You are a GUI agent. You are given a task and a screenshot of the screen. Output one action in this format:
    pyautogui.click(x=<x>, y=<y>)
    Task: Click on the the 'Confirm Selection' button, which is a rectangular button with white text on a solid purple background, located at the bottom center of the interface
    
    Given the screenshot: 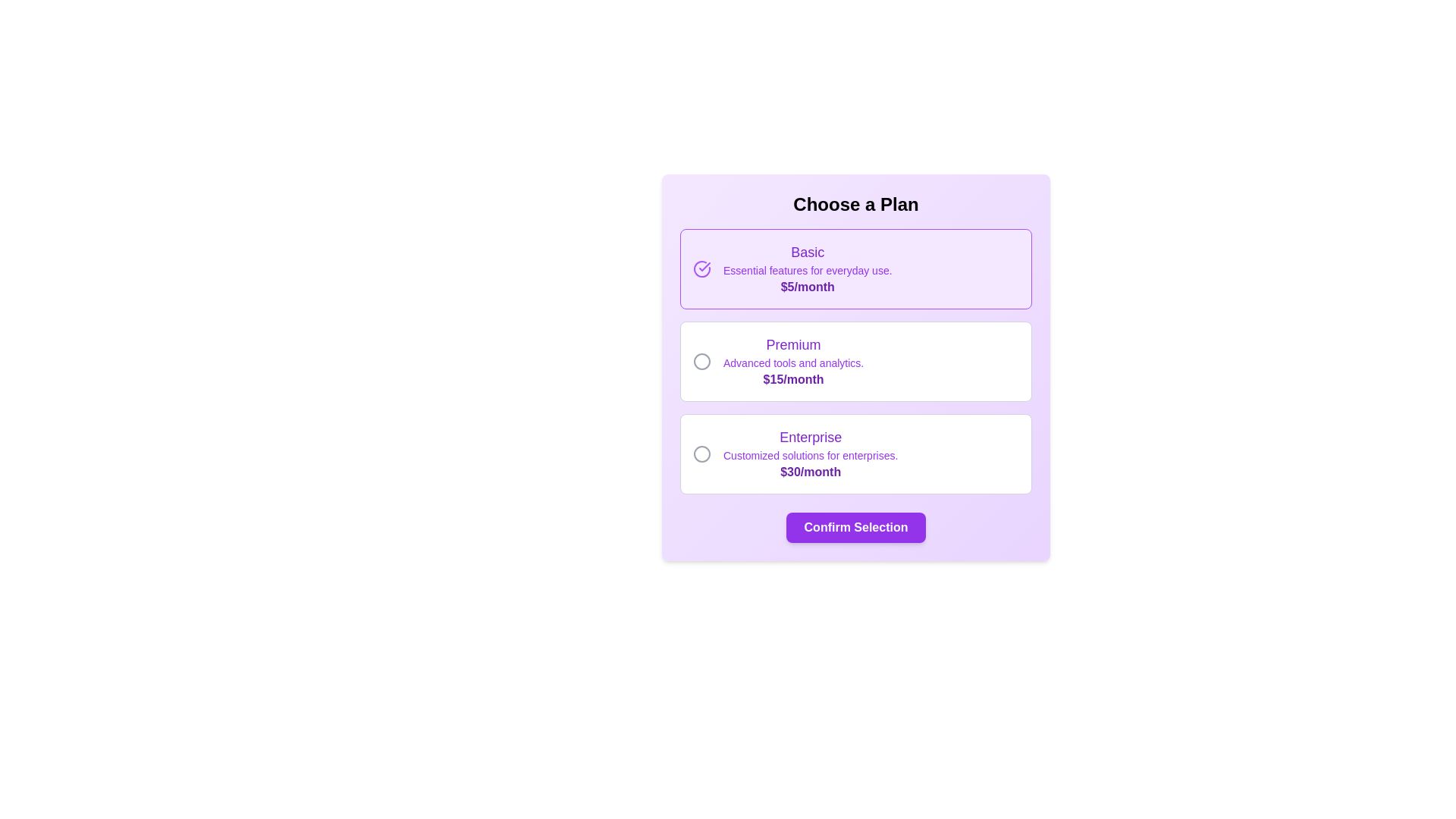 What is the action you would take?
    pyautogui.click(x=855, y=526)
    